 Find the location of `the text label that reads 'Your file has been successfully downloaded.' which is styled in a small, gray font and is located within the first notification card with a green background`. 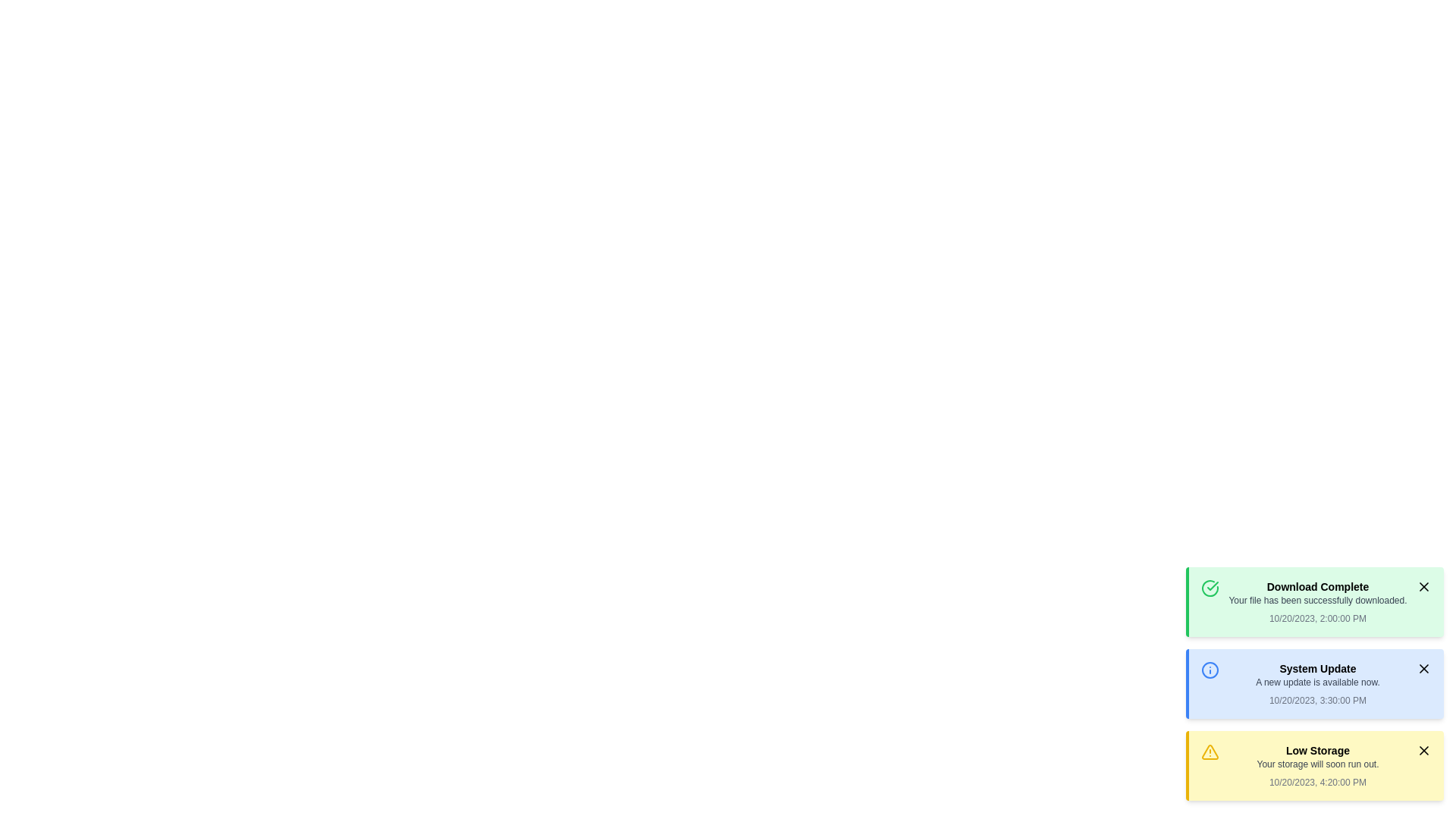

the text label that reads 'Your file has been successfully downloaded.' which is styled in a small, gray font and is located within the first notification card with a green background is located at coordinates (1316, 599).